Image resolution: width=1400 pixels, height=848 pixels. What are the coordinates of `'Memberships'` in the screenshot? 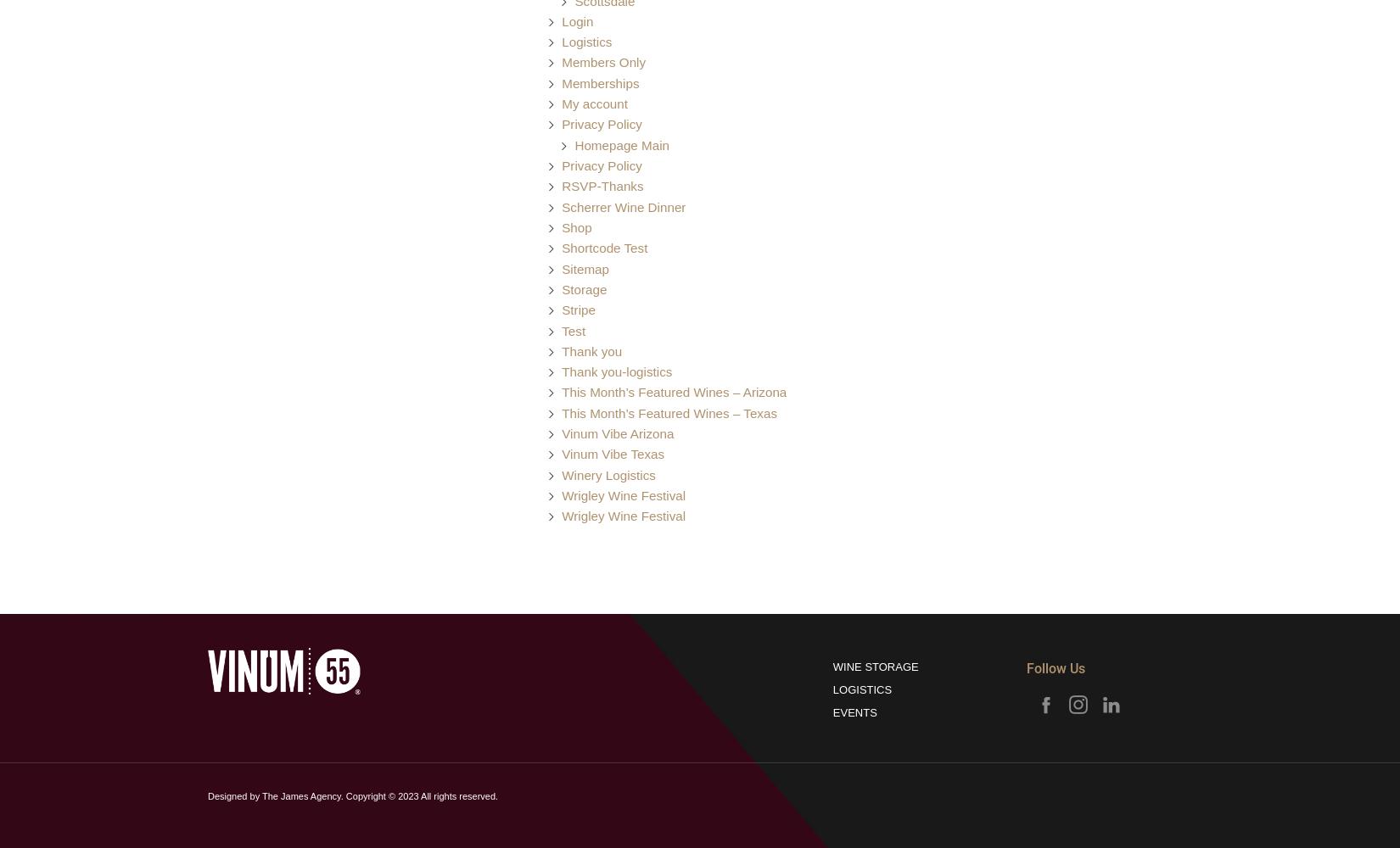 It's located at (599, 81).